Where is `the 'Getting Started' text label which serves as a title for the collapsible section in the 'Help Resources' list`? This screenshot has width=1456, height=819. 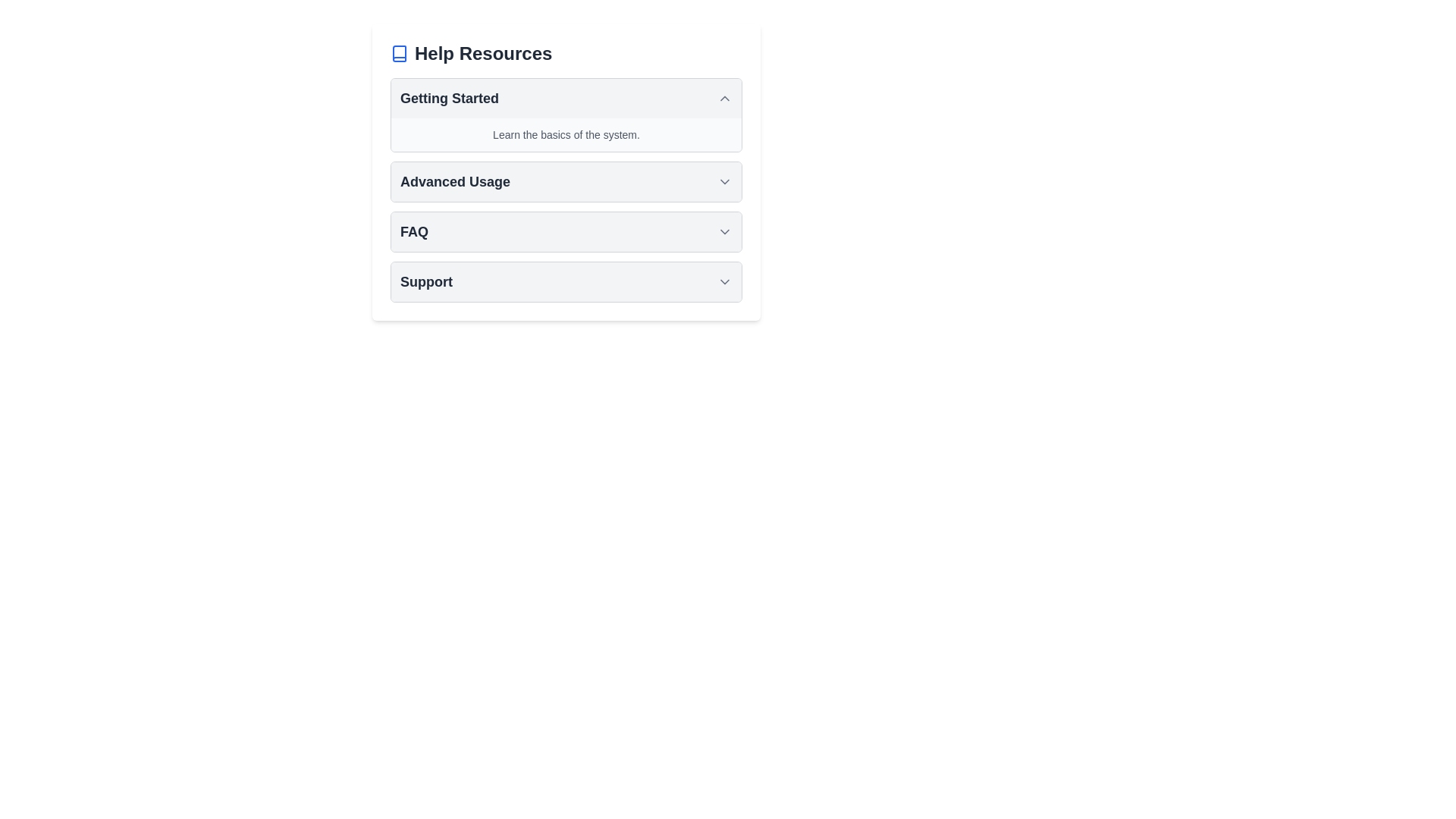 the 'Getting Started' text label which serves as a title for the collapsible section in the 'Help Resources' list is located at coordinates (449, 99).